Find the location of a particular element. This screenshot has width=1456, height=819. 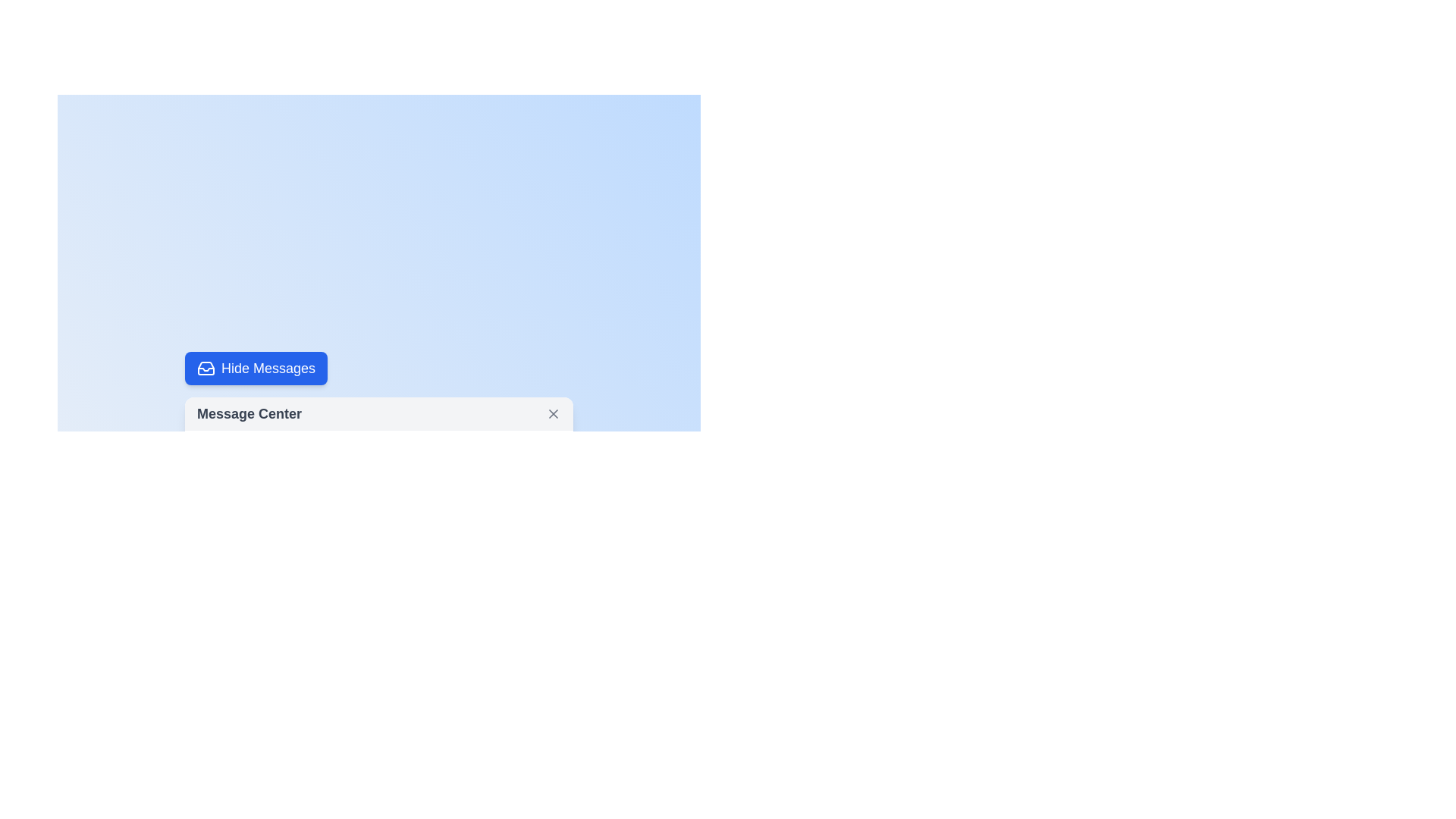

the 'Message Center' text label, which is a primary heading in a large bold gray font located within a light gray rounded bar on the left side is located at coordinates (249, 414).